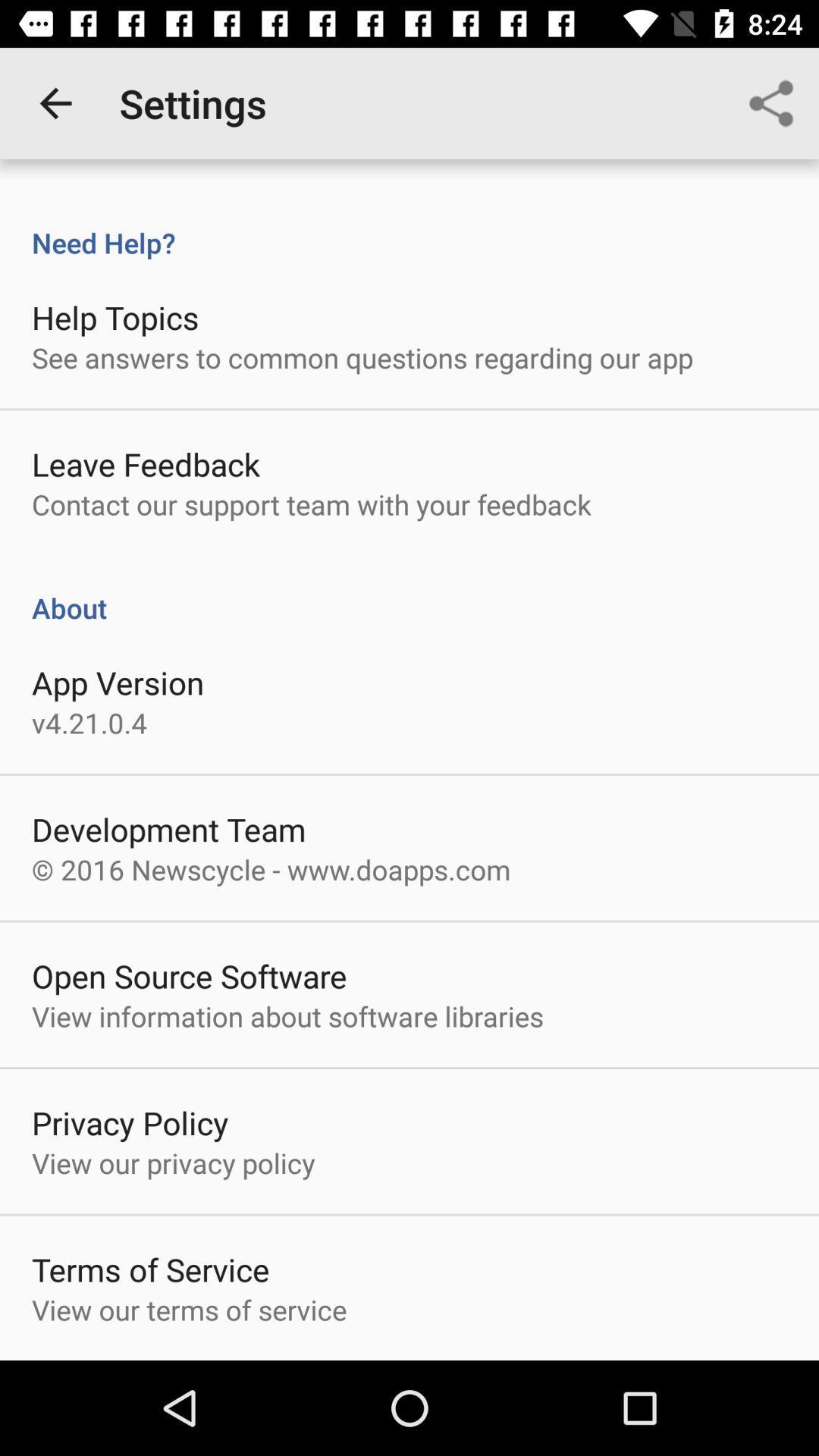 The width and height of the screenshot is (819, 1456). What do you see at coordinates (55, 102) in the screenshot?
I see `icon above need help? icon` at bounding box center [55, 102].